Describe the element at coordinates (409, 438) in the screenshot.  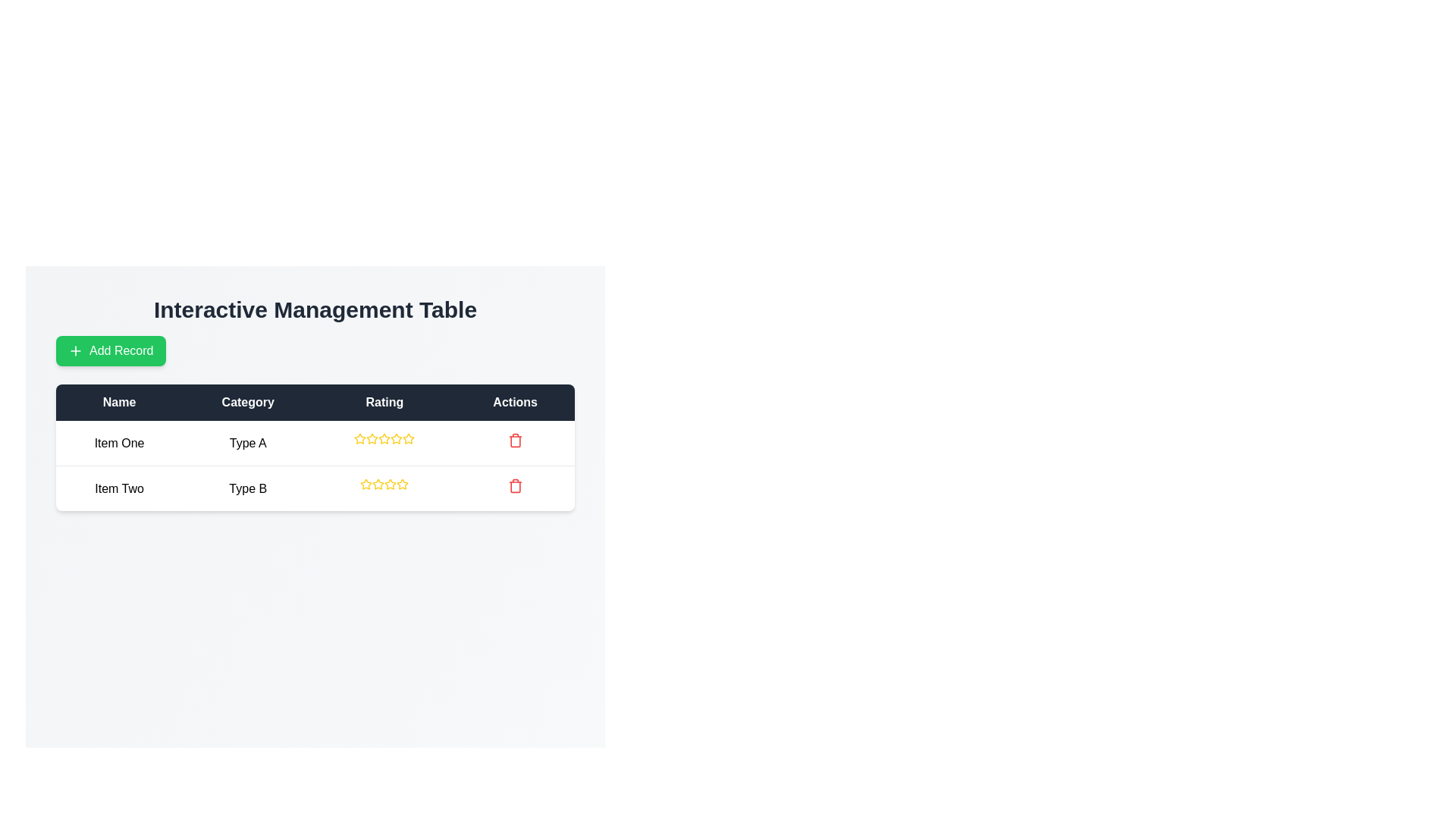
I see `the third graphical rating star icon with a yellow fill in the first row of the 'Rating' column to rate 'Item One.'` at that location.